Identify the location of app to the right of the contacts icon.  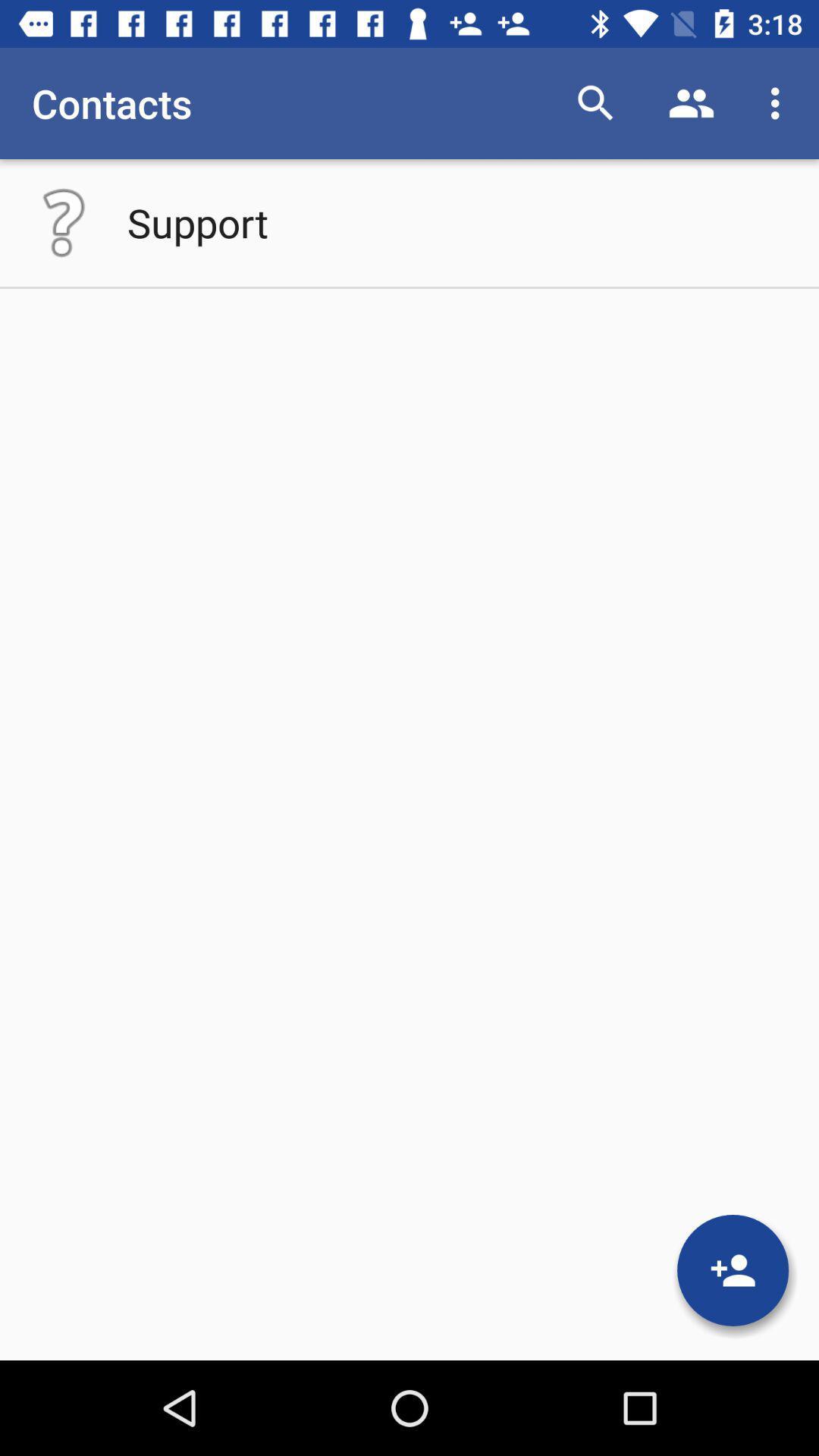
(595, 102).